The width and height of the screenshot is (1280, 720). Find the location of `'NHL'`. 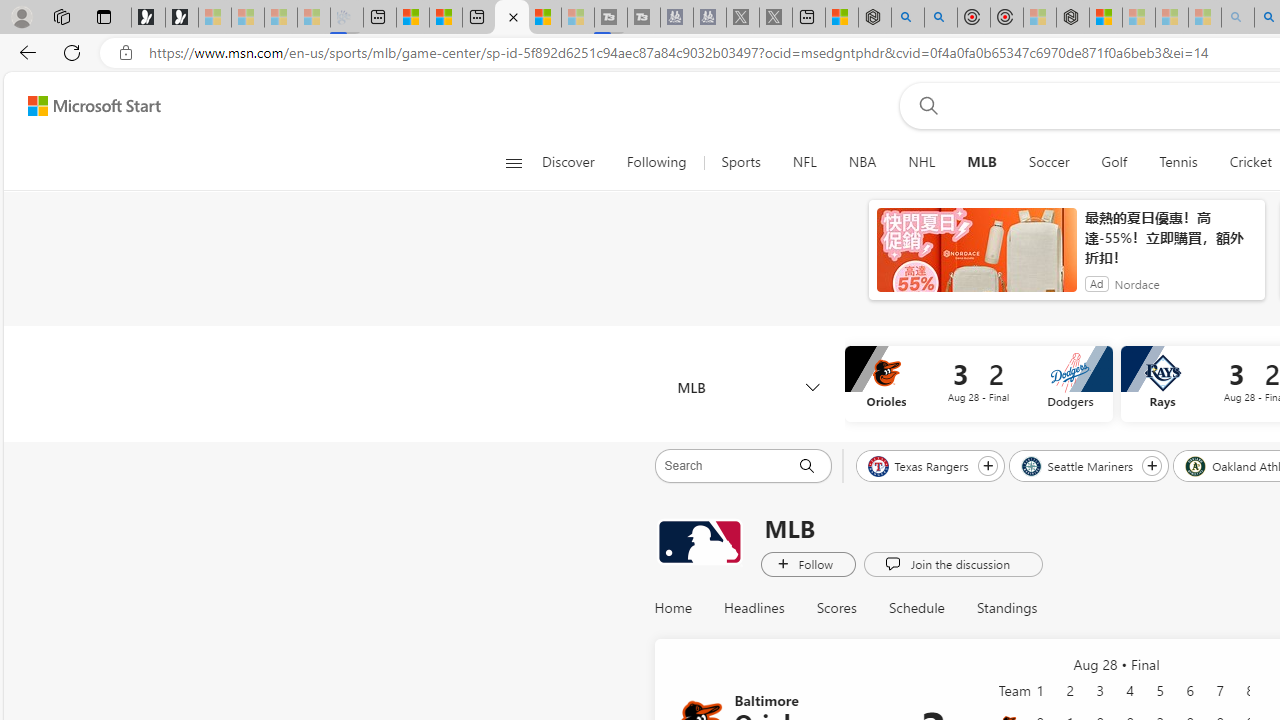

'NHL' is located at coordinates (920, 162).